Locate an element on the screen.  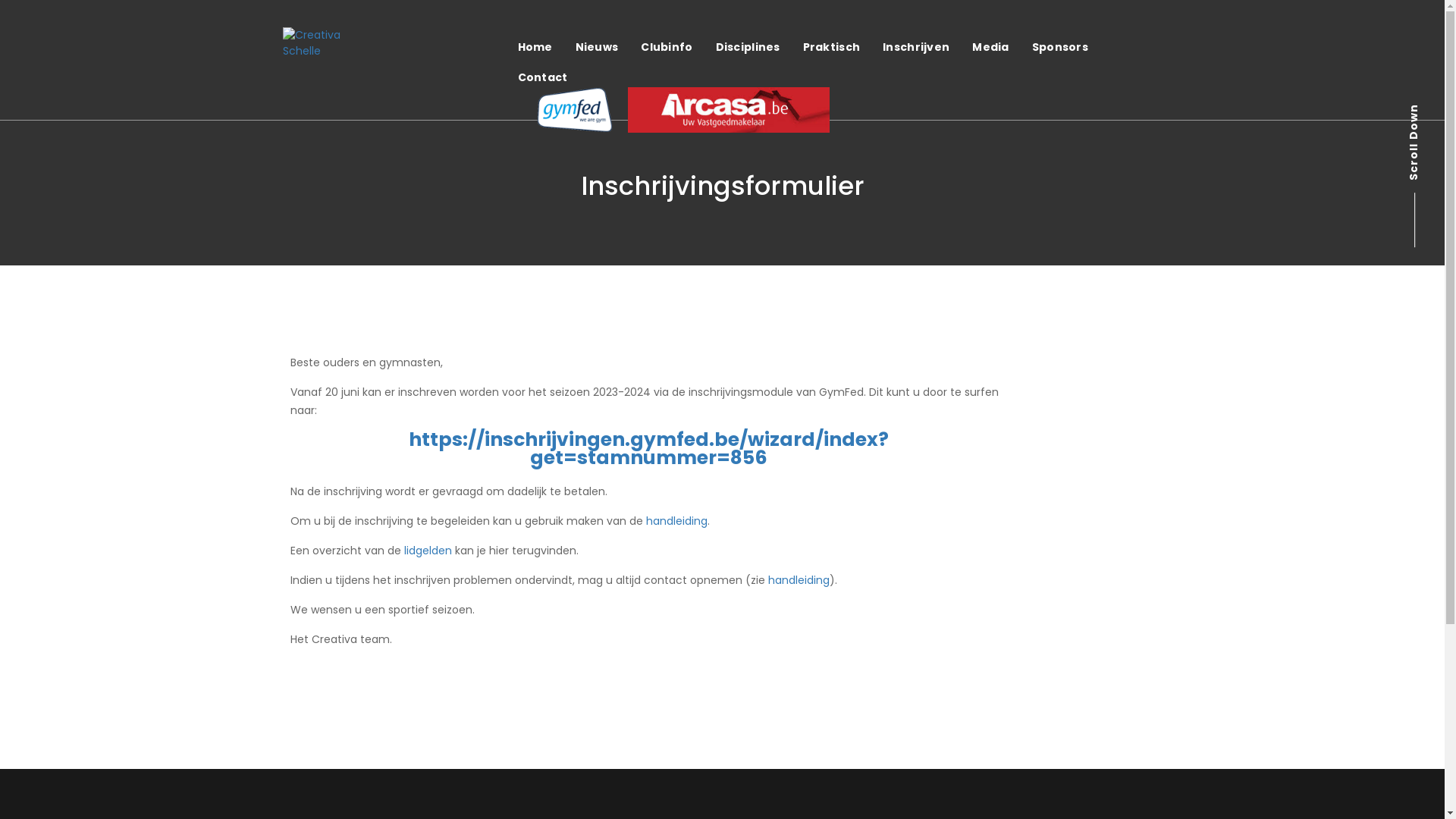
'Home' is located at coordinates (535, 45).